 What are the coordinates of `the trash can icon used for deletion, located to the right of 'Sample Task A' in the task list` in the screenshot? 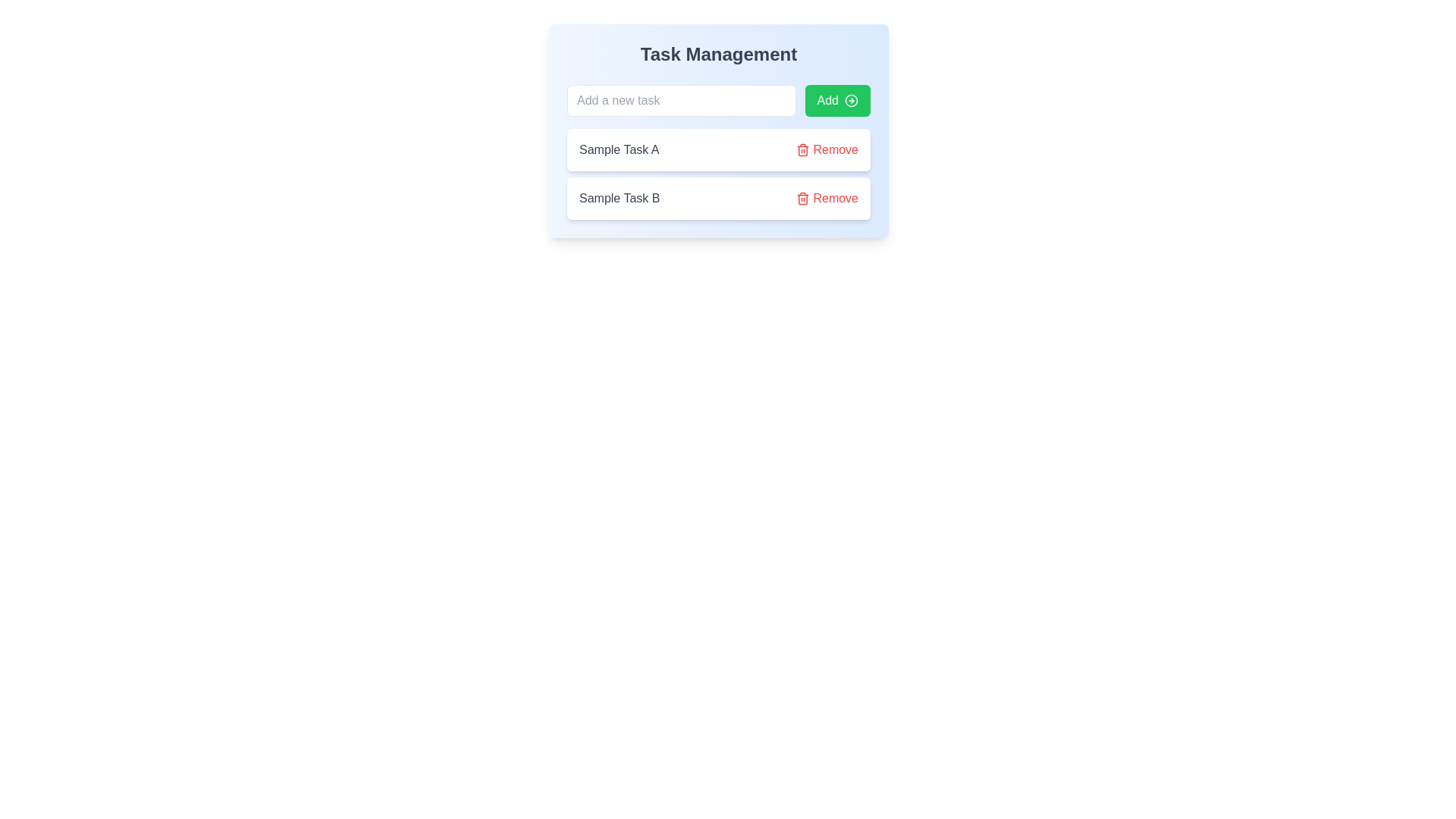 It's located at (802, 151).